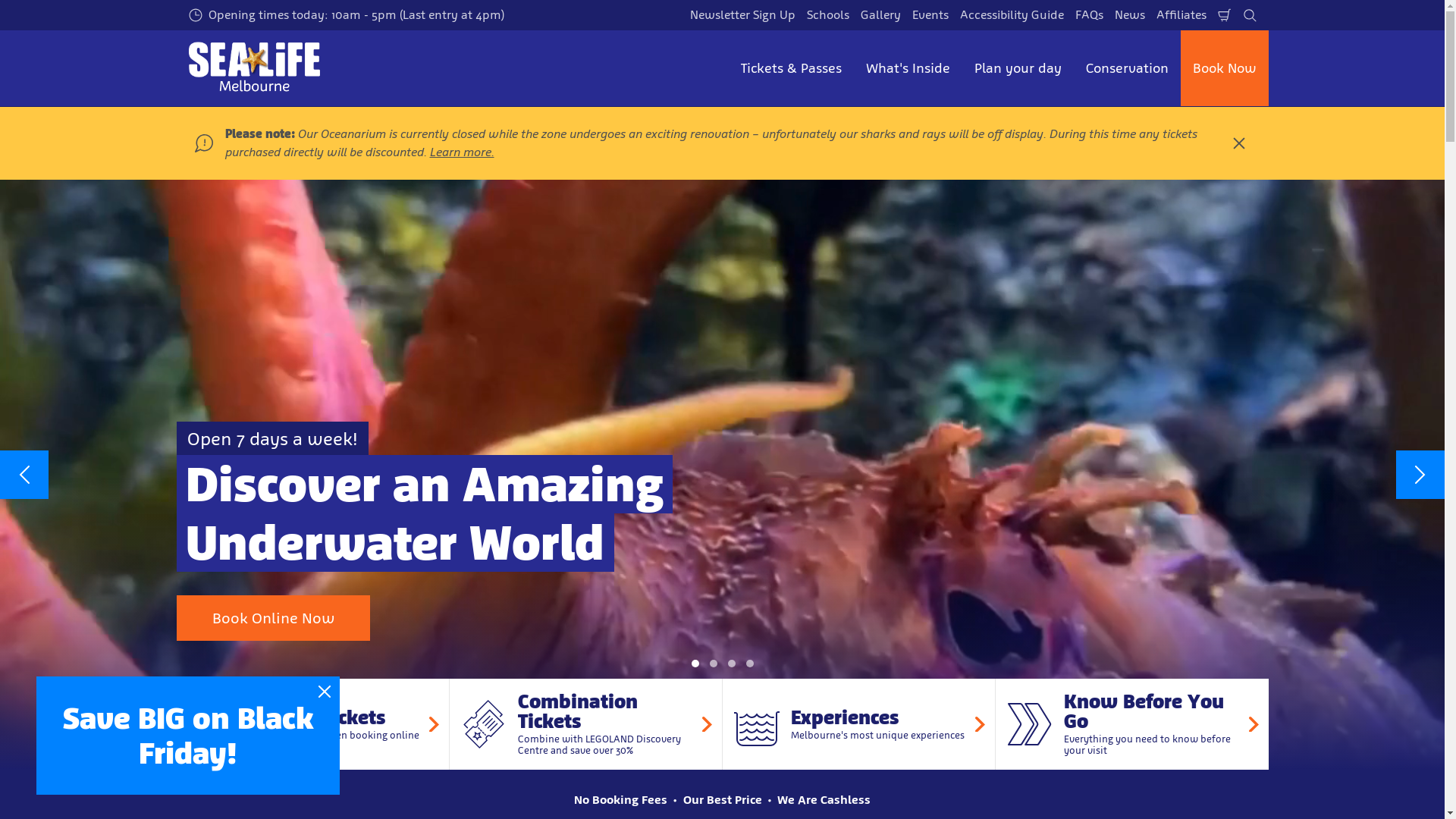  What do you see at coordinates (1127, 67) in the screenshot?
I see `'Conservation'` at bounding box center [1127, 67].